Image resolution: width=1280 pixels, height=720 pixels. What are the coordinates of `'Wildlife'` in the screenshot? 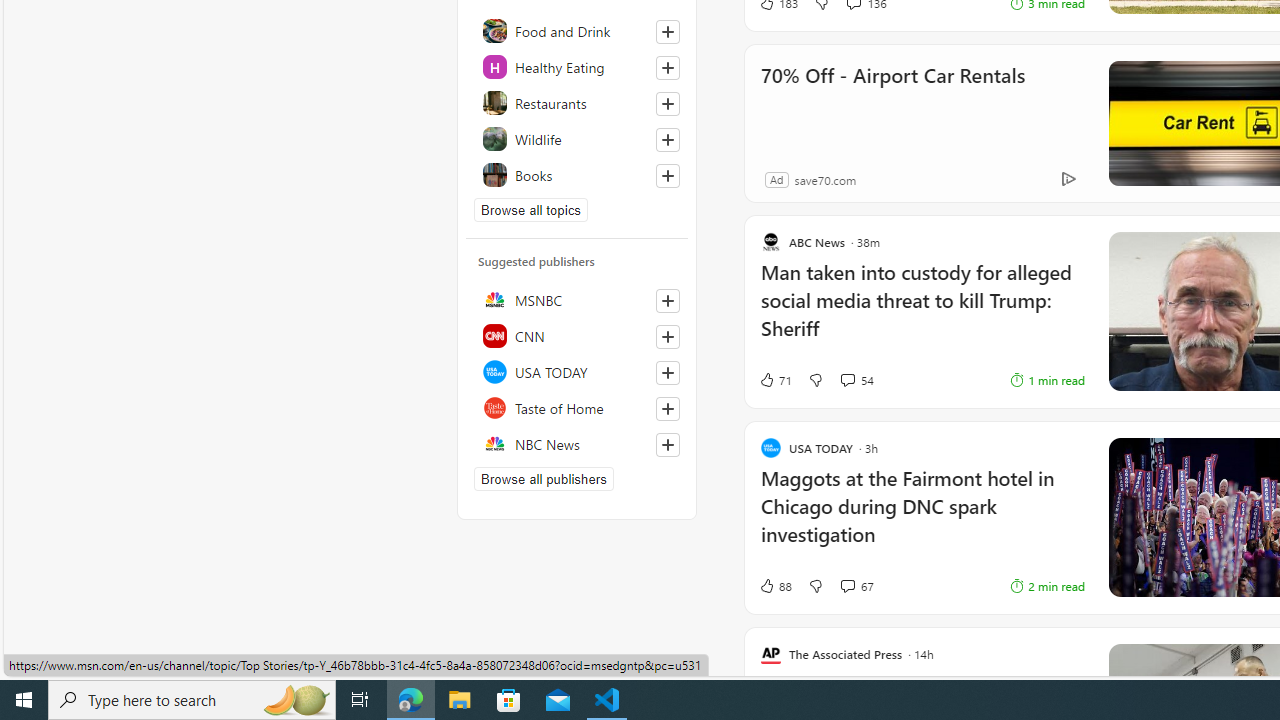 It's located at (576, 137).